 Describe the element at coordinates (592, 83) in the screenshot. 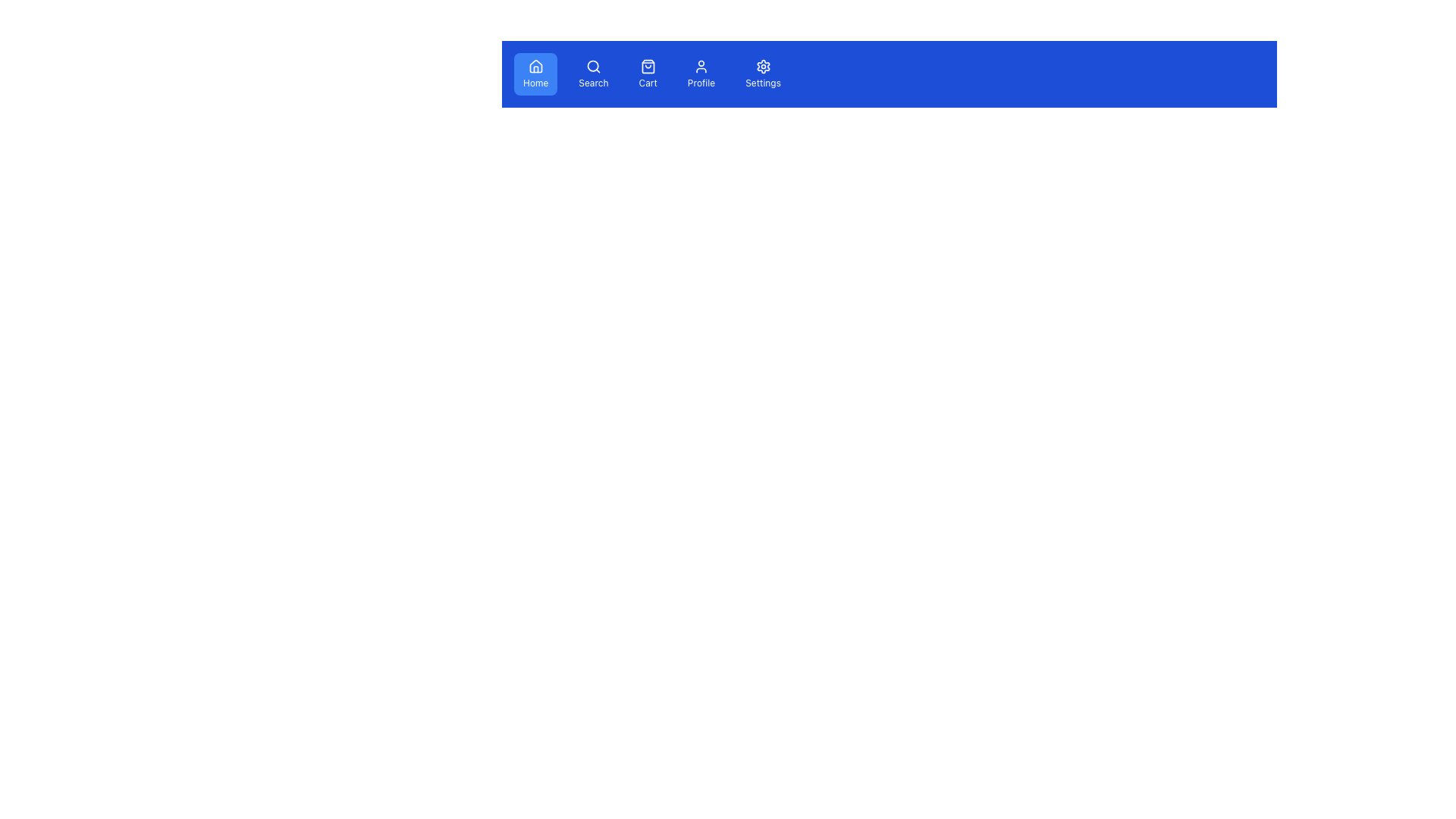

I see `the 'Search' text label located in the top navigation bar, which has a blue background and is situated below the search icon` at that location.